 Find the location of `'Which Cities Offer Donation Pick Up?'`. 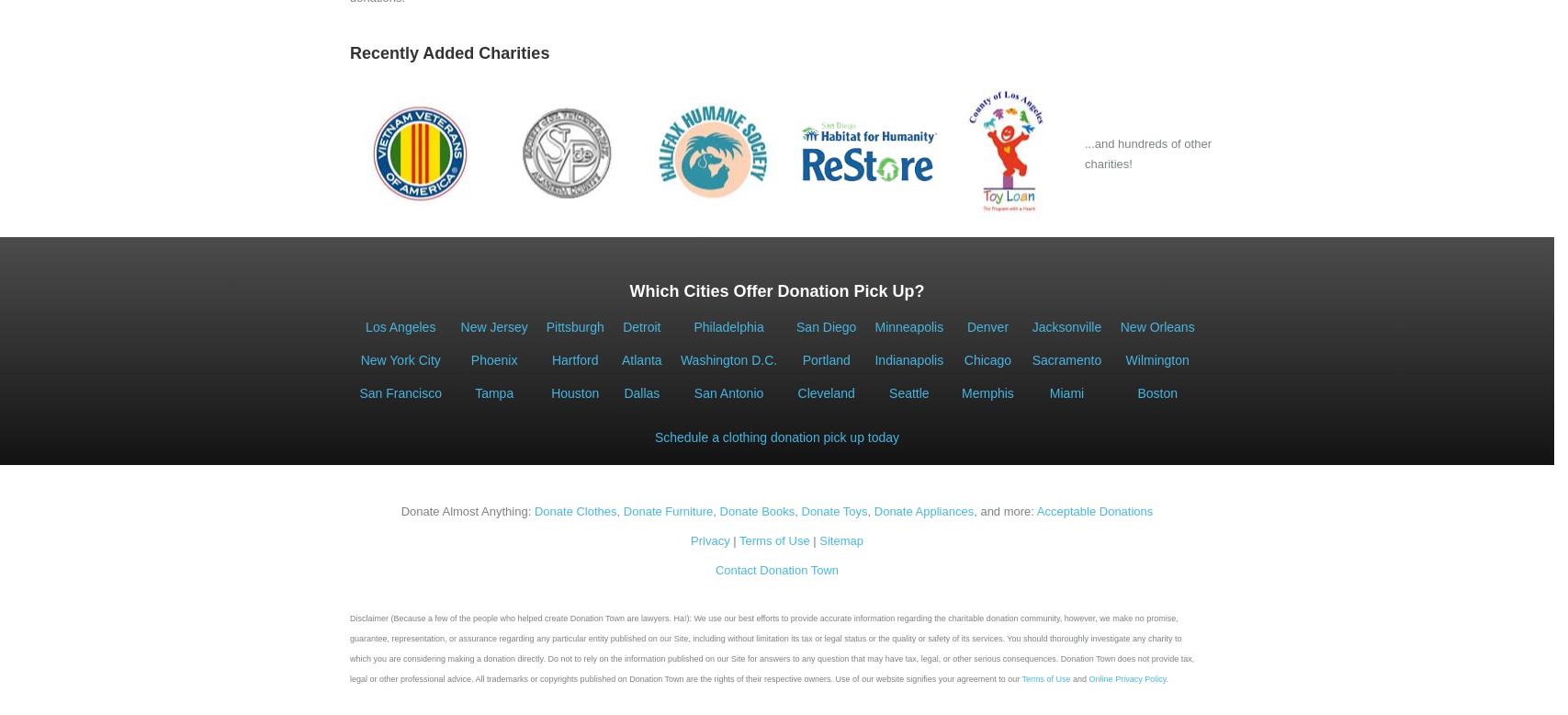

'Which Cities Offer Donation Pick Up?' is located at coordinates (776, 291).